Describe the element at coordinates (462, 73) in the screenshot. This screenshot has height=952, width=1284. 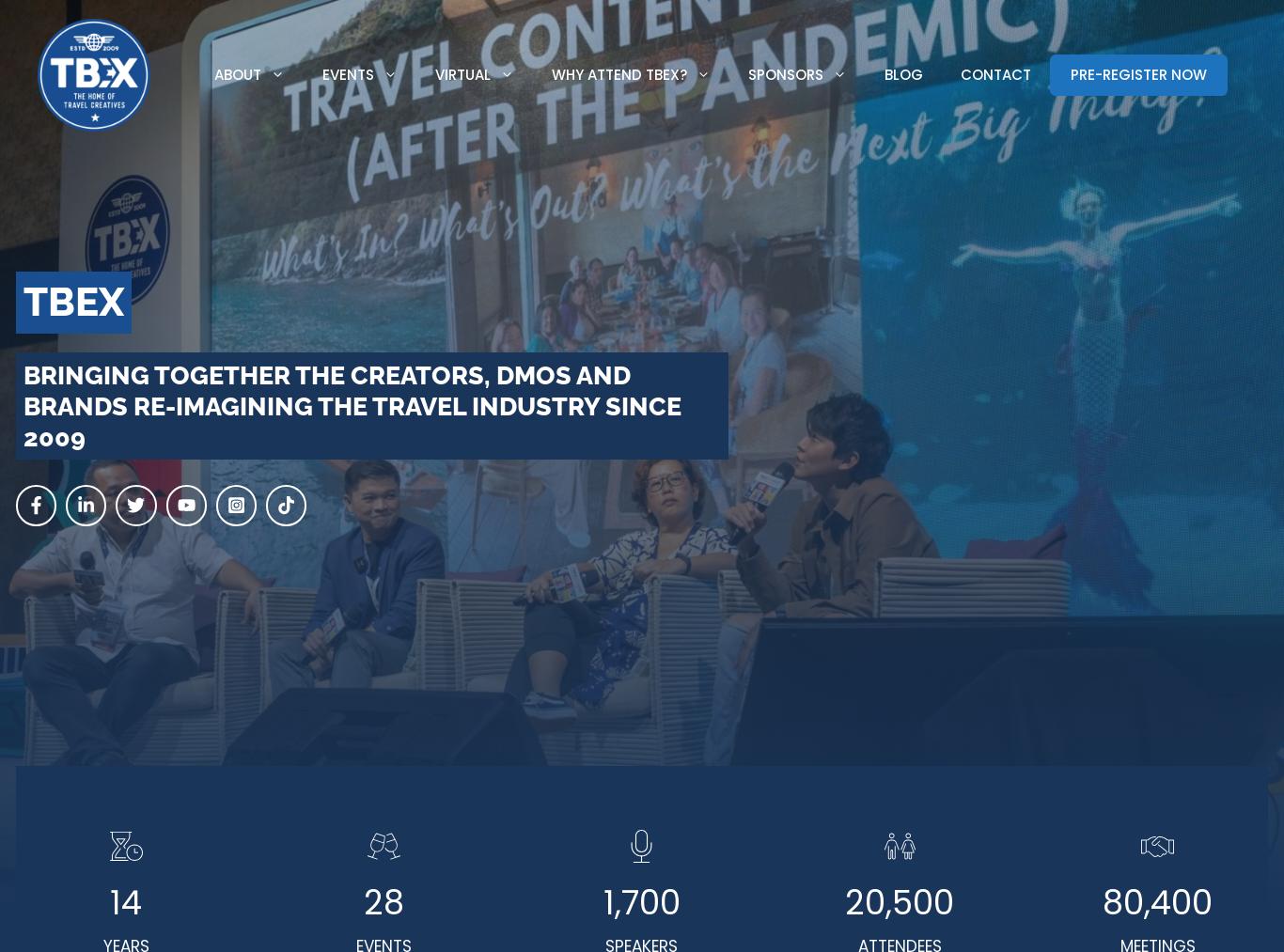
I see `'Virtual'` at that location.